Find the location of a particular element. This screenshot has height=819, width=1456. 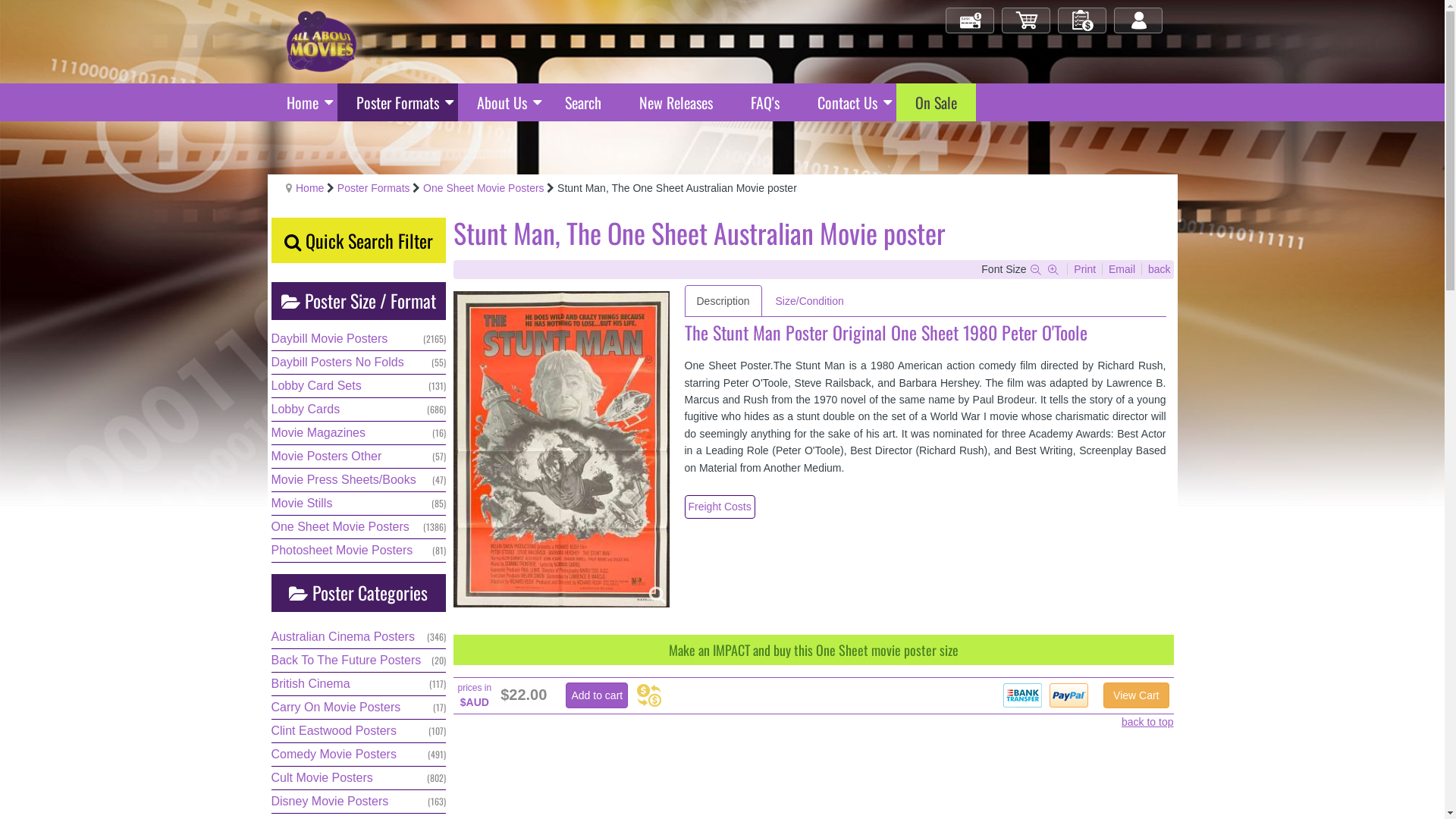

'Movie Posters Other is located at coordinates (358, 455).